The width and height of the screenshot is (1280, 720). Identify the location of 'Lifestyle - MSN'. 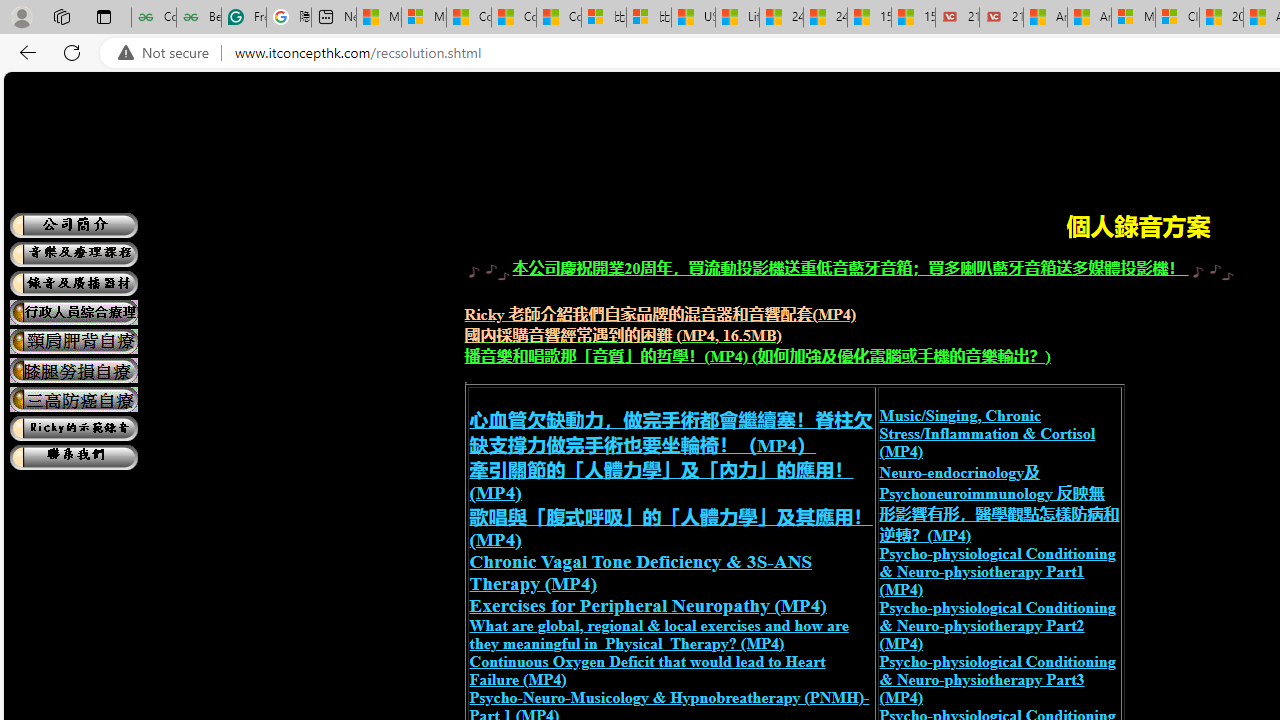
(736, 17).